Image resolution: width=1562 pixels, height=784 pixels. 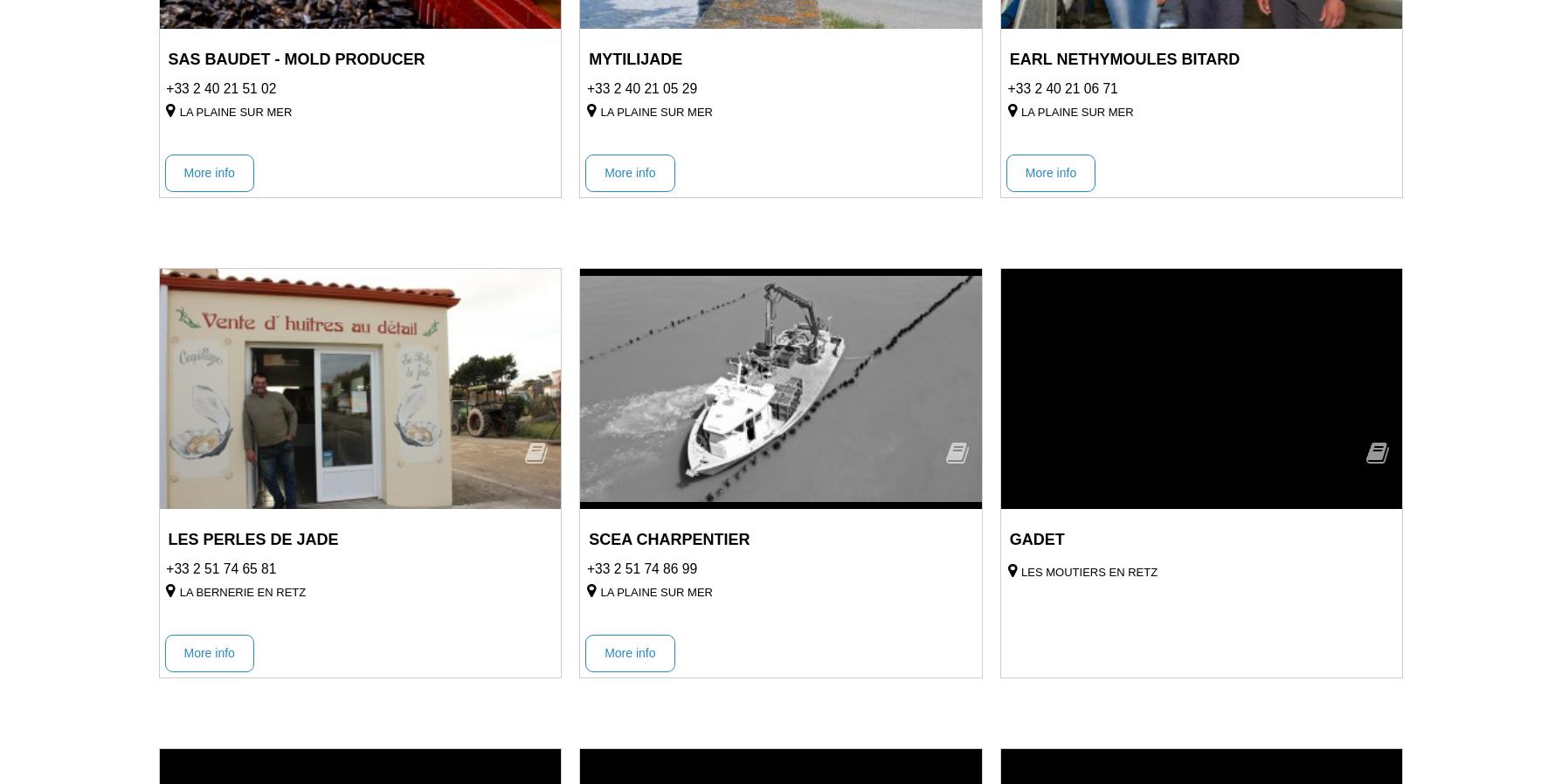 What do you see at coordinates (1019, 570) in the screenshot?
I see `'LES MOUTIERS EN RETZ'` at bounding box center [1019, 570].